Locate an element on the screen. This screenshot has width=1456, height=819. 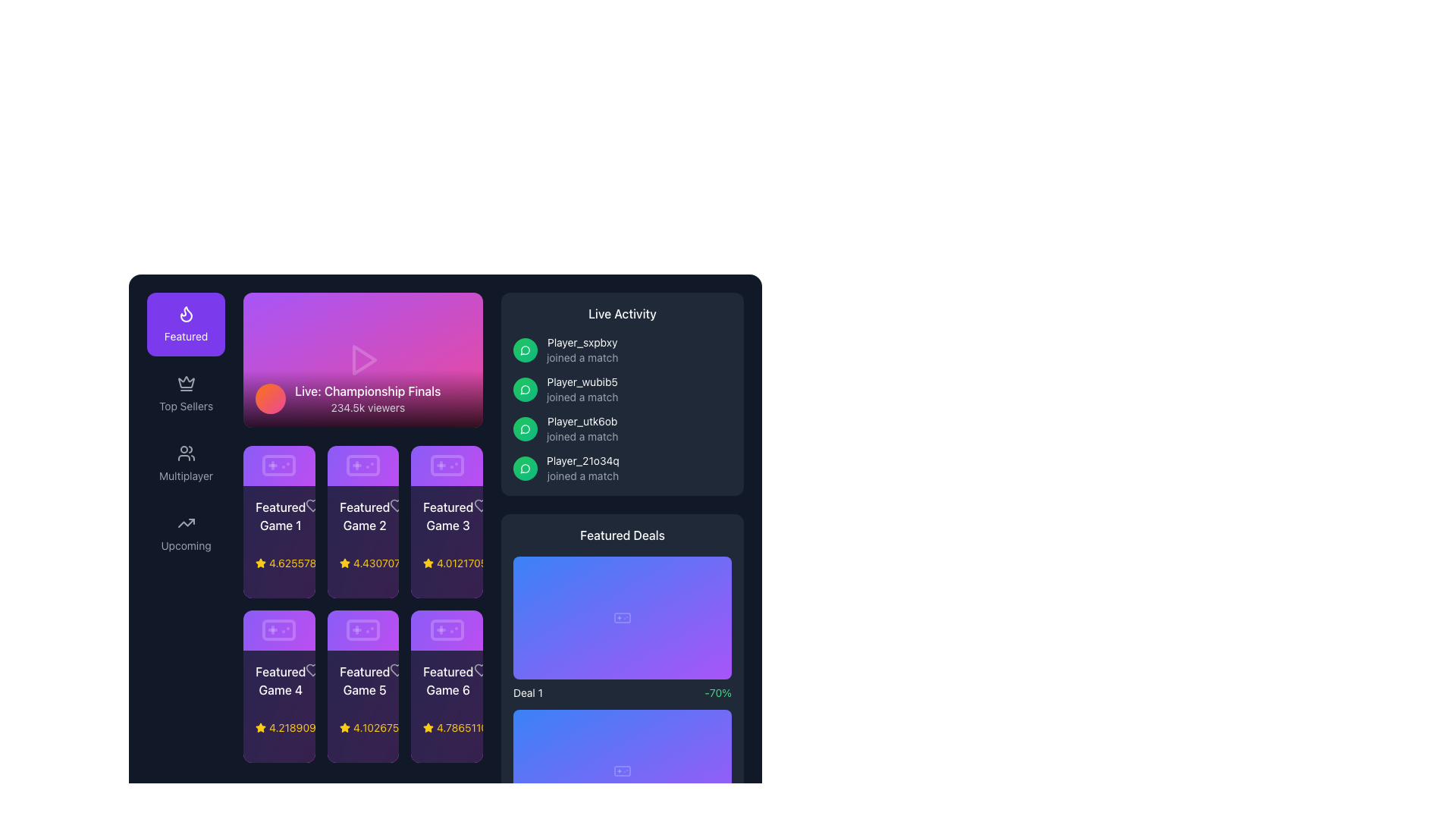
the Info card representing a featured game is located at coordinates (279, 707).